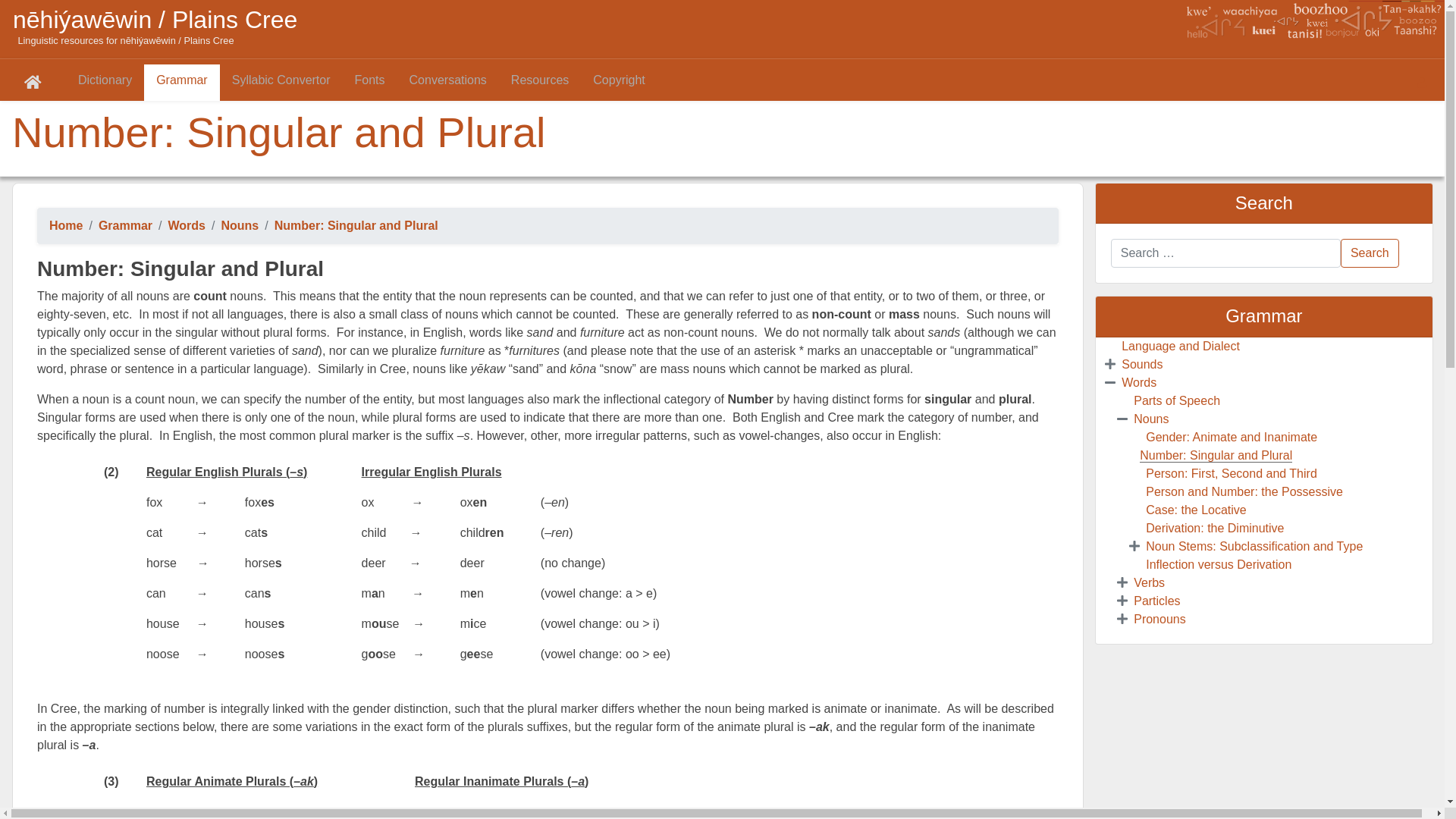 This screenshot has width=1456, height=819. What do you see at coordinates (1231, 437) in the screenshot?
I see `'Gender: Animate and Inanimate'` at bounding box center [1231, 437].